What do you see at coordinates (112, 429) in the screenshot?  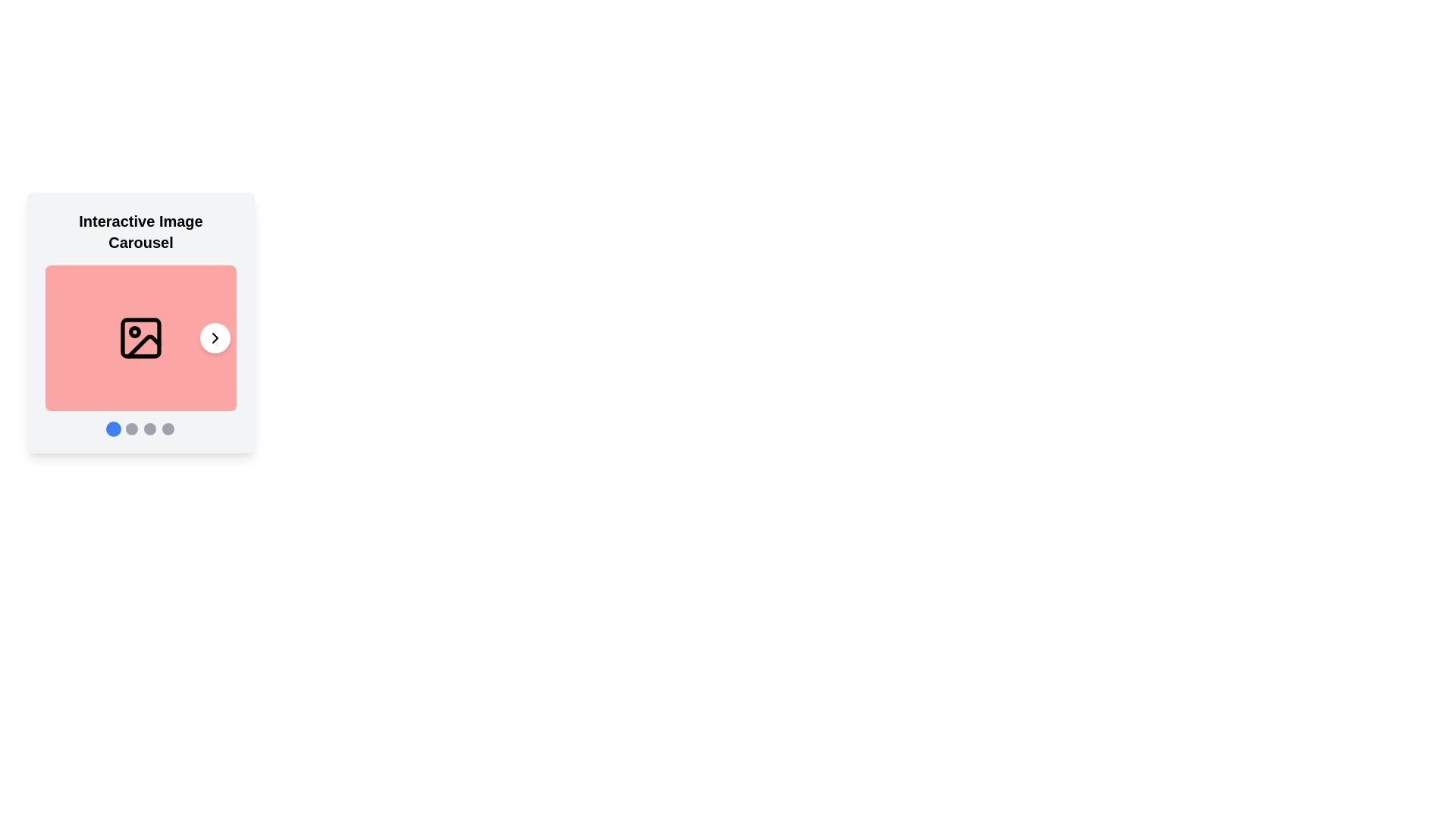 I see `the small blue circle indicator at the bottom of the carousel` at bounding box center [112, 429].